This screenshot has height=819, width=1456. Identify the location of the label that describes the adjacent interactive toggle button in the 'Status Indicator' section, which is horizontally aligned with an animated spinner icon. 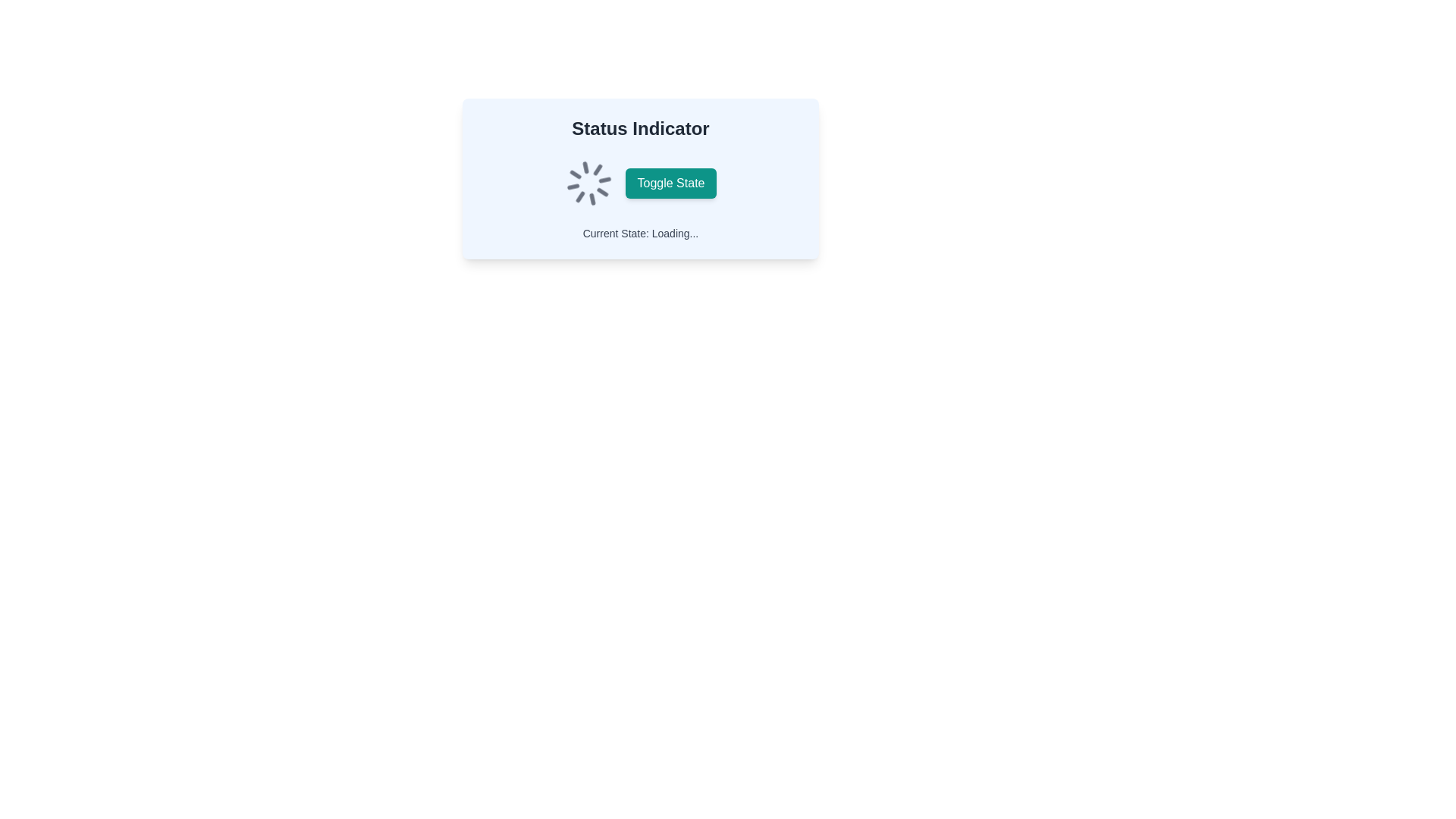
(640, 183).